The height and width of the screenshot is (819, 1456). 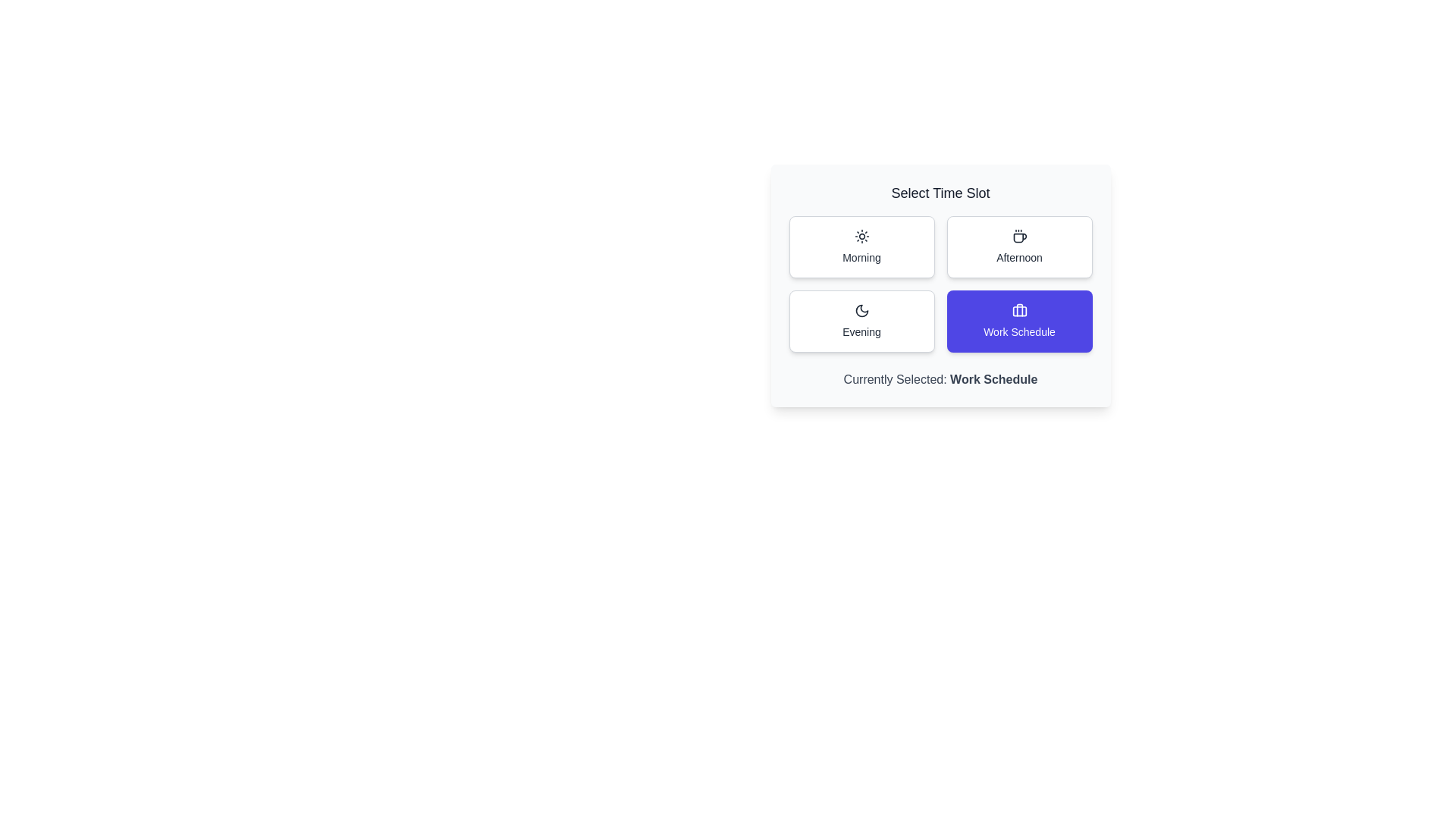 What do you see at coordinates (861, 321) in the screenshot?
I see `the time slot by clicking on the button labeled Evening` at bounding box center [861, 321].